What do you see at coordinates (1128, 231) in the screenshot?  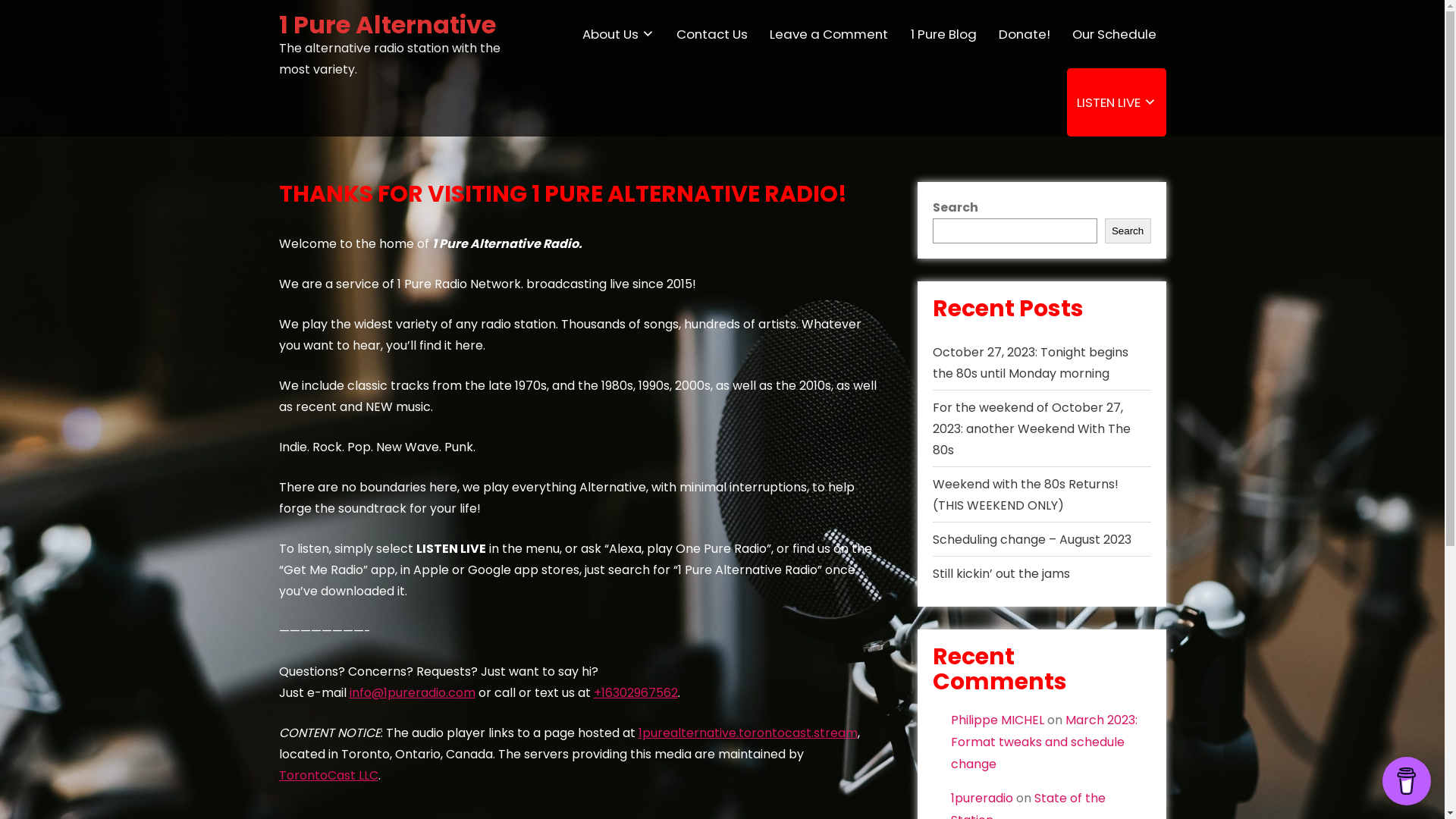 I see `'Search'` at bounding box center [1128, 231].